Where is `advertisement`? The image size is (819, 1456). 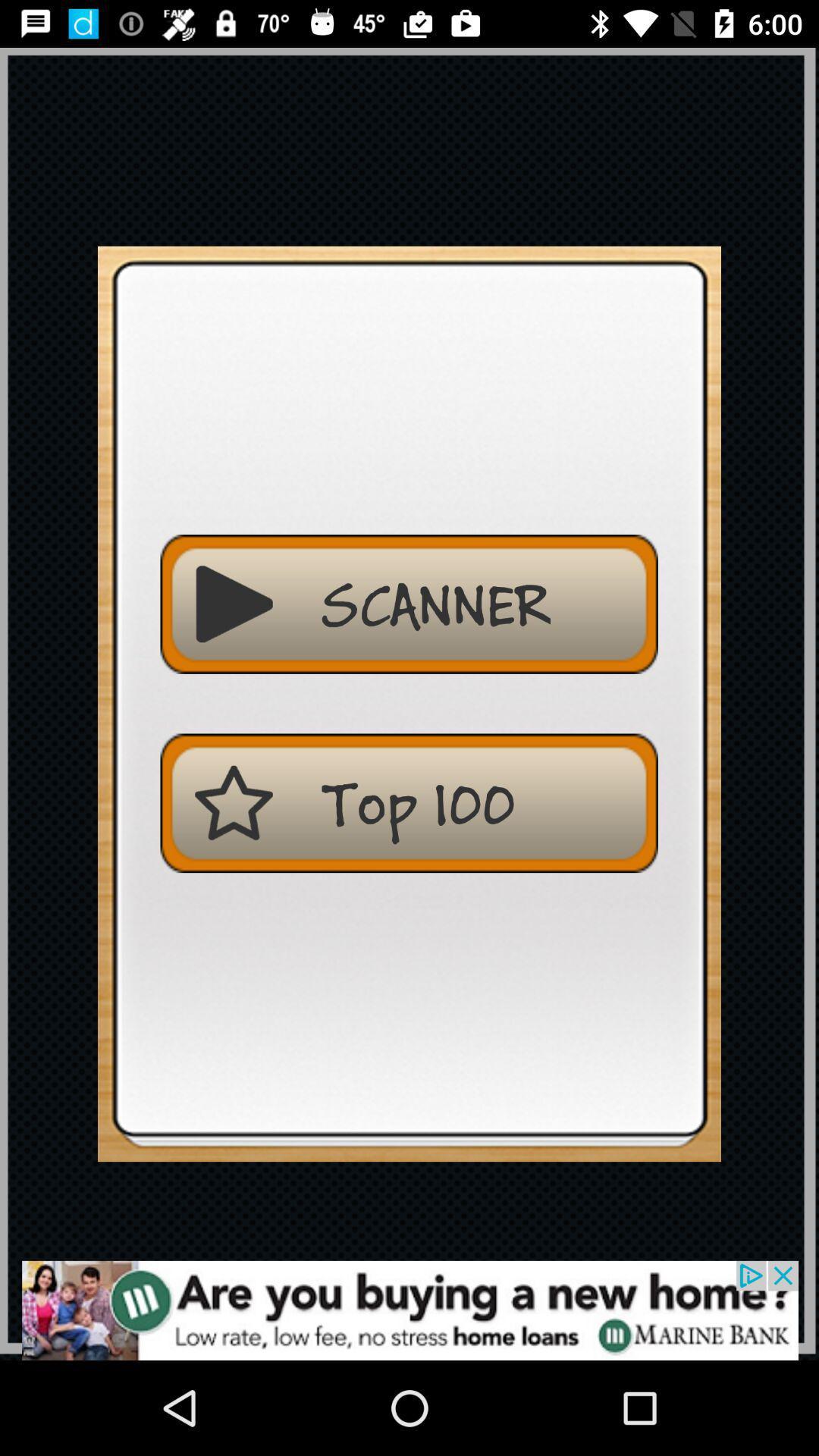 advertisement is located at coordinates (409, 1310).